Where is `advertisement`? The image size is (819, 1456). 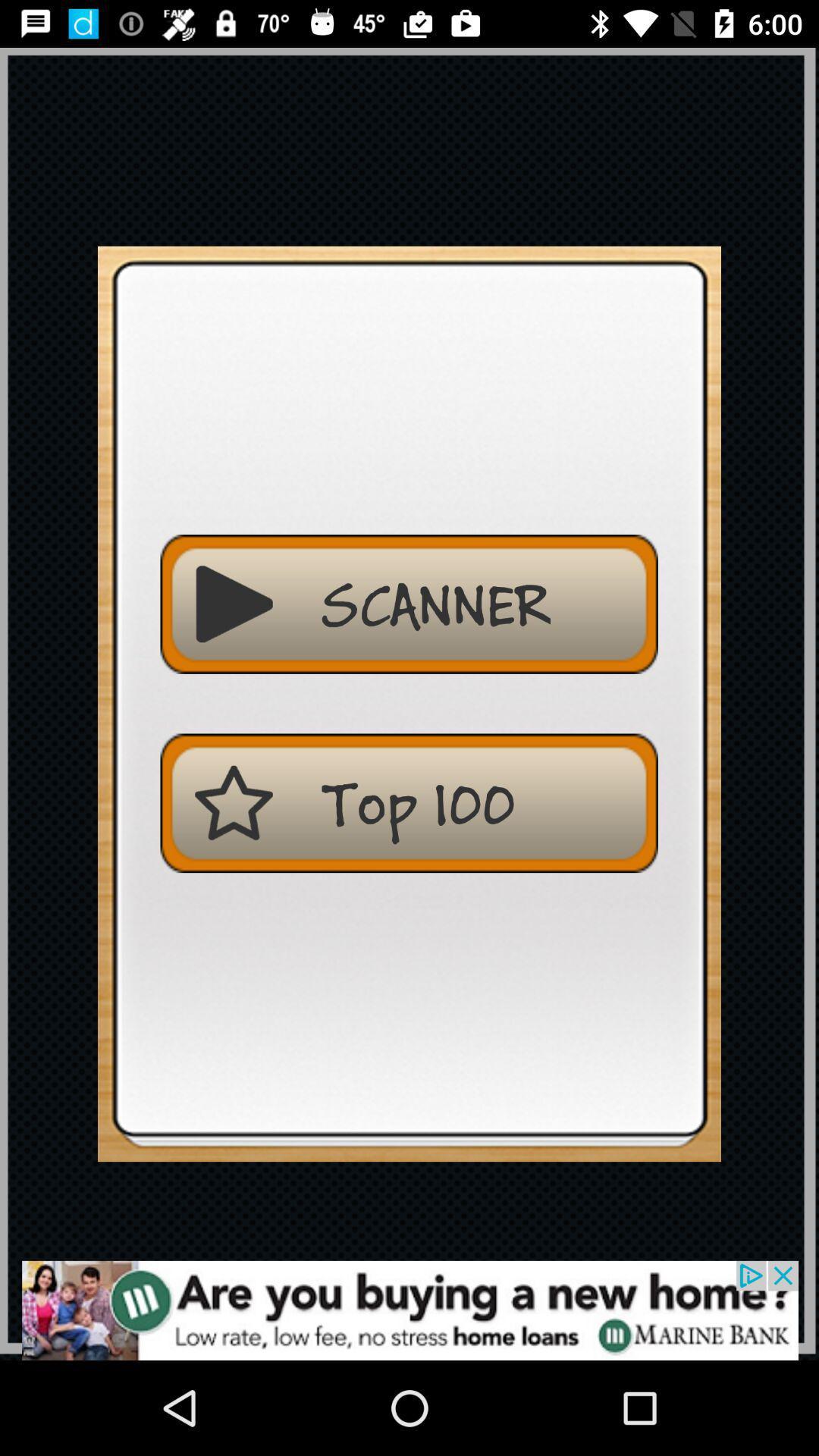 advertisement is located at coordinates (409, 1310).